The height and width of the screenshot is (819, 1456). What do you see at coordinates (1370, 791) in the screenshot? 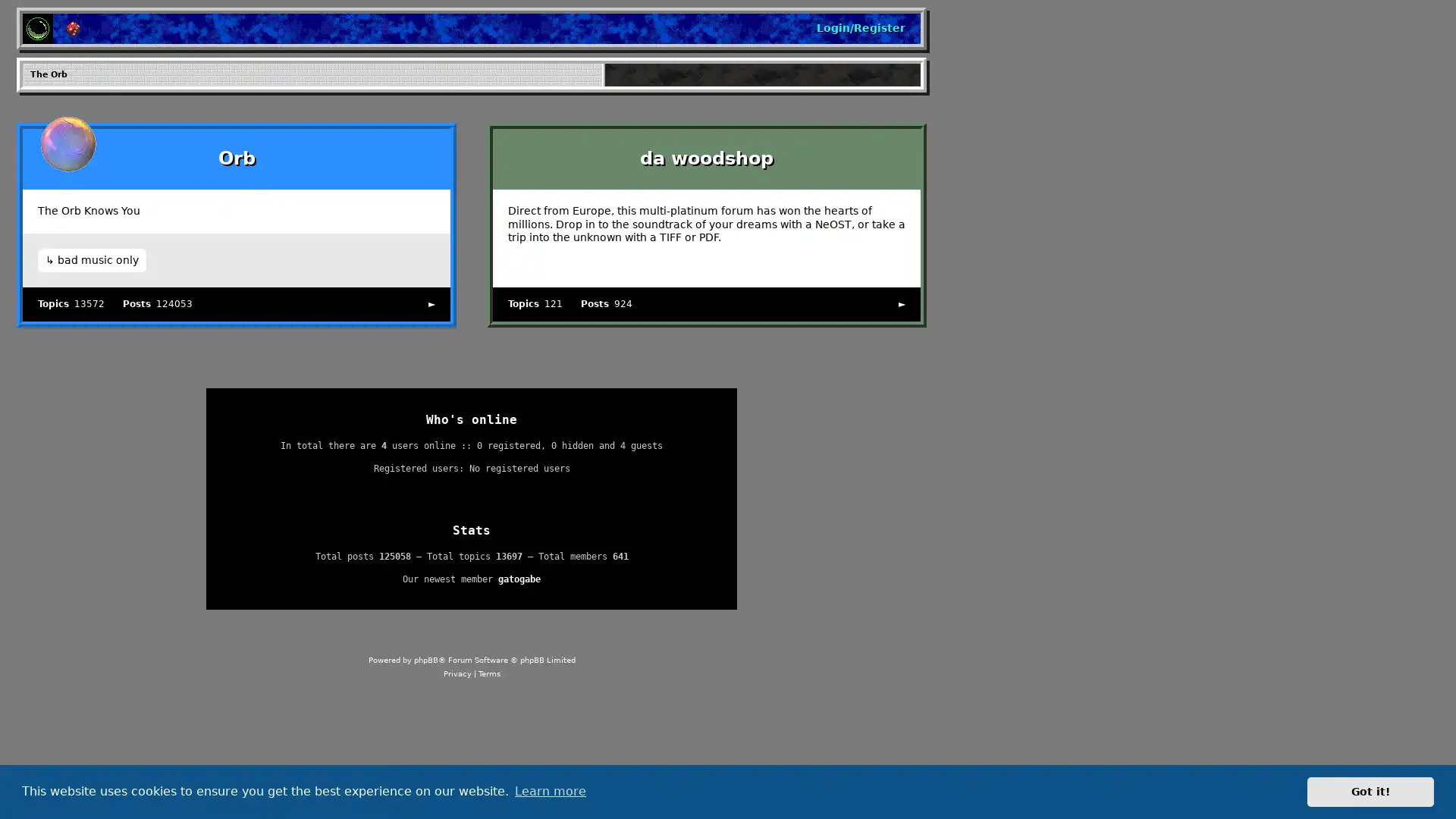
I see `dismiss cookie message` at bounding box center [1370, 791].